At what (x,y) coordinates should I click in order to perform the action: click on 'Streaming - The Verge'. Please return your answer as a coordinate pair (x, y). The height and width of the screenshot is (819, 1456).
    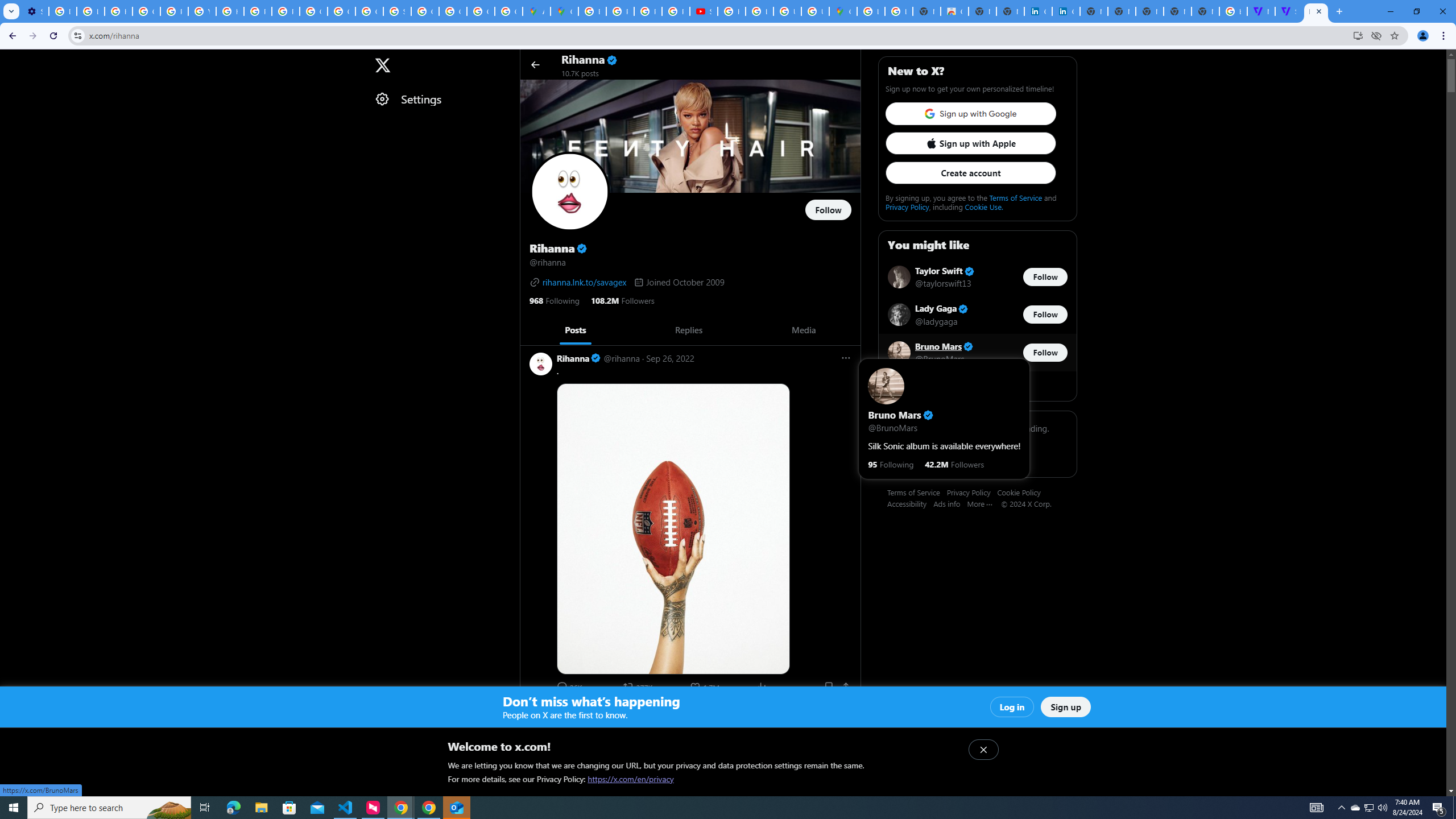
    Looking at the image, I should click on (1288, 11).